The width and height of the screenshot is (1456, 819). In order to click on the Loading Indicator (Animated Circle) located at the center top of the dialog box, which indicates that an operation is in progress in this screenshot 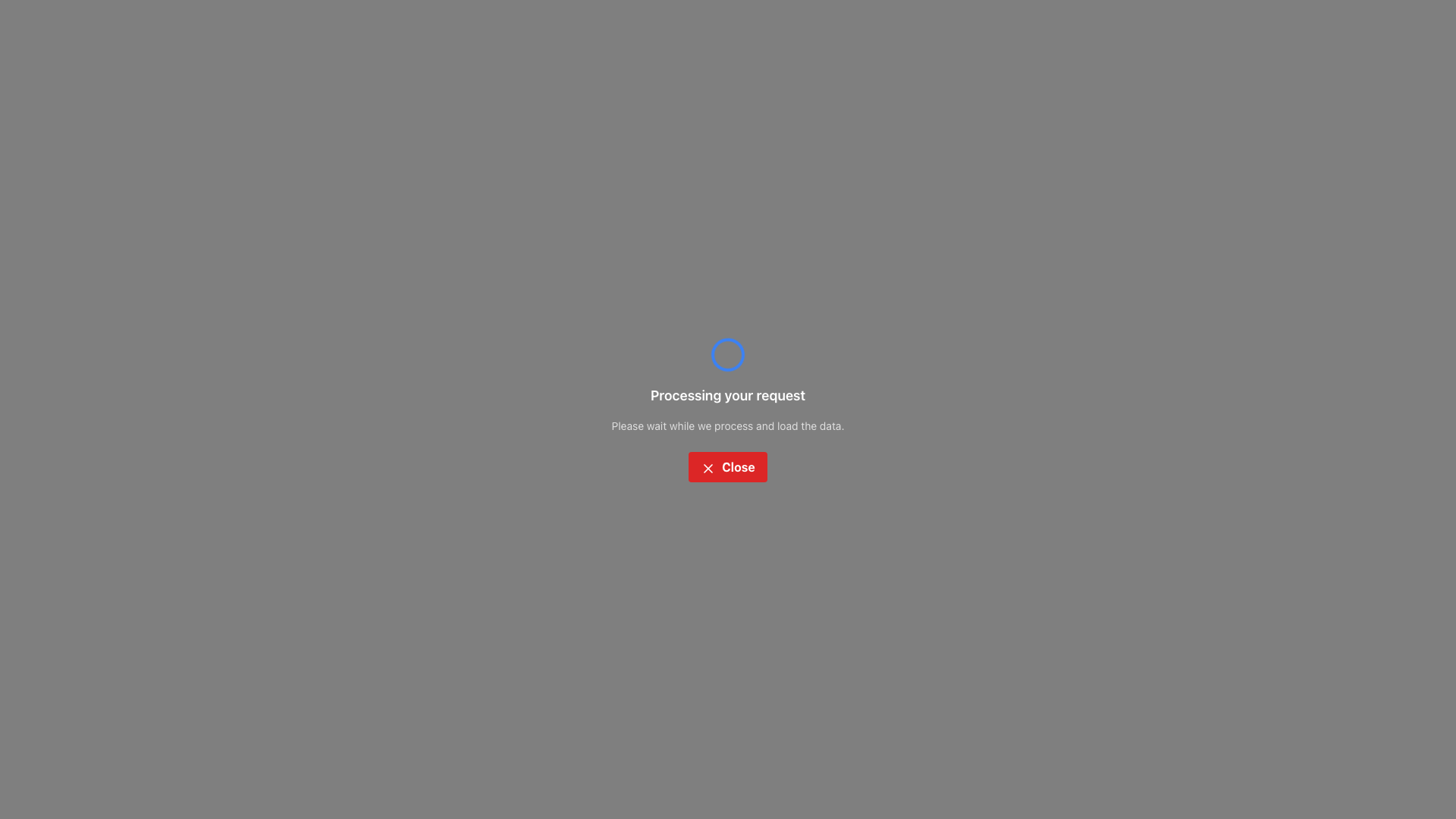, I will do `click(728, 354)`.